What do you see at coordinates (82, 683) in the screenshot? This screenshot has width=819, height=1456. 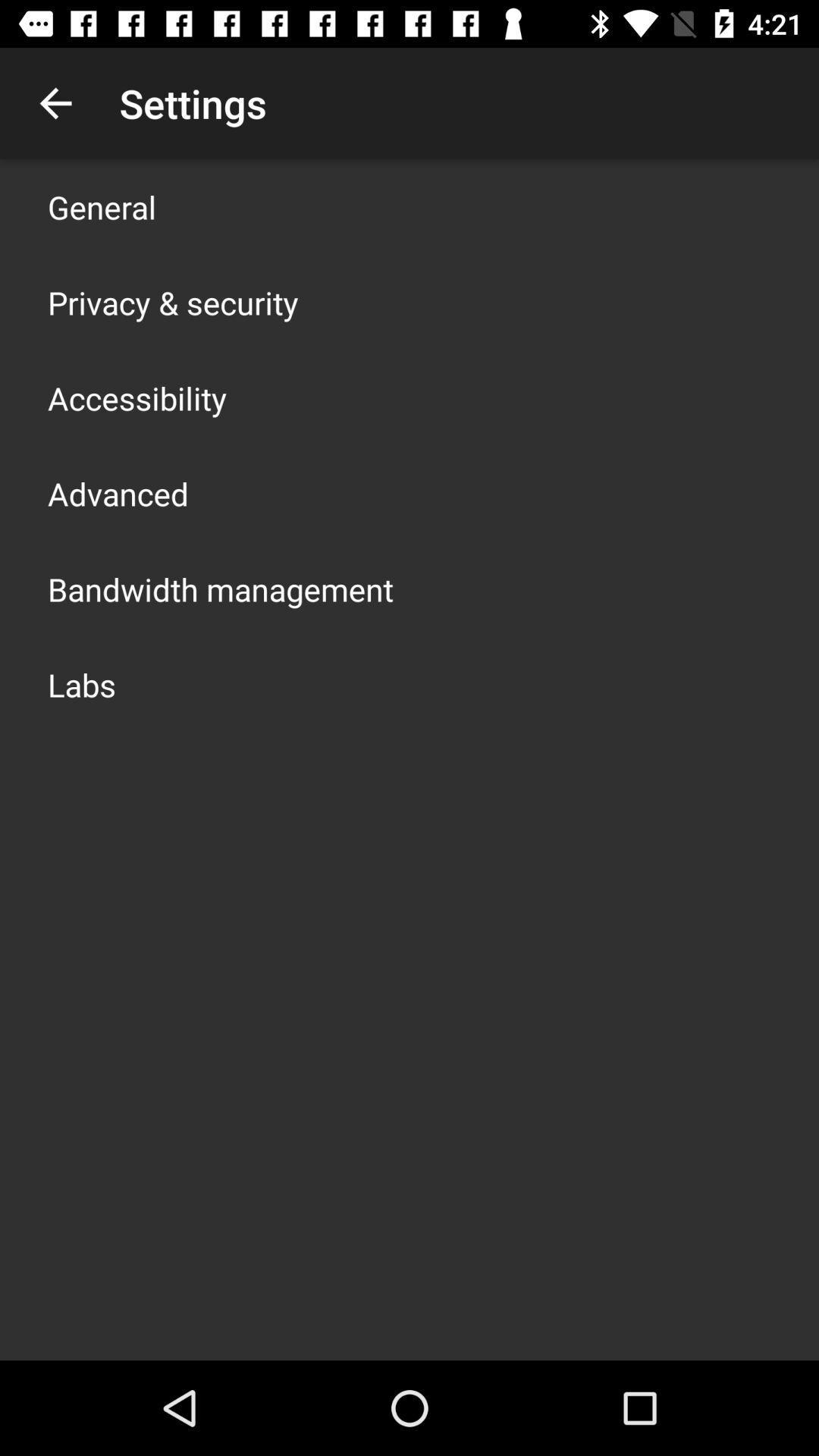 I see `item below bandwidth management app` at bounding box center [82, 683].